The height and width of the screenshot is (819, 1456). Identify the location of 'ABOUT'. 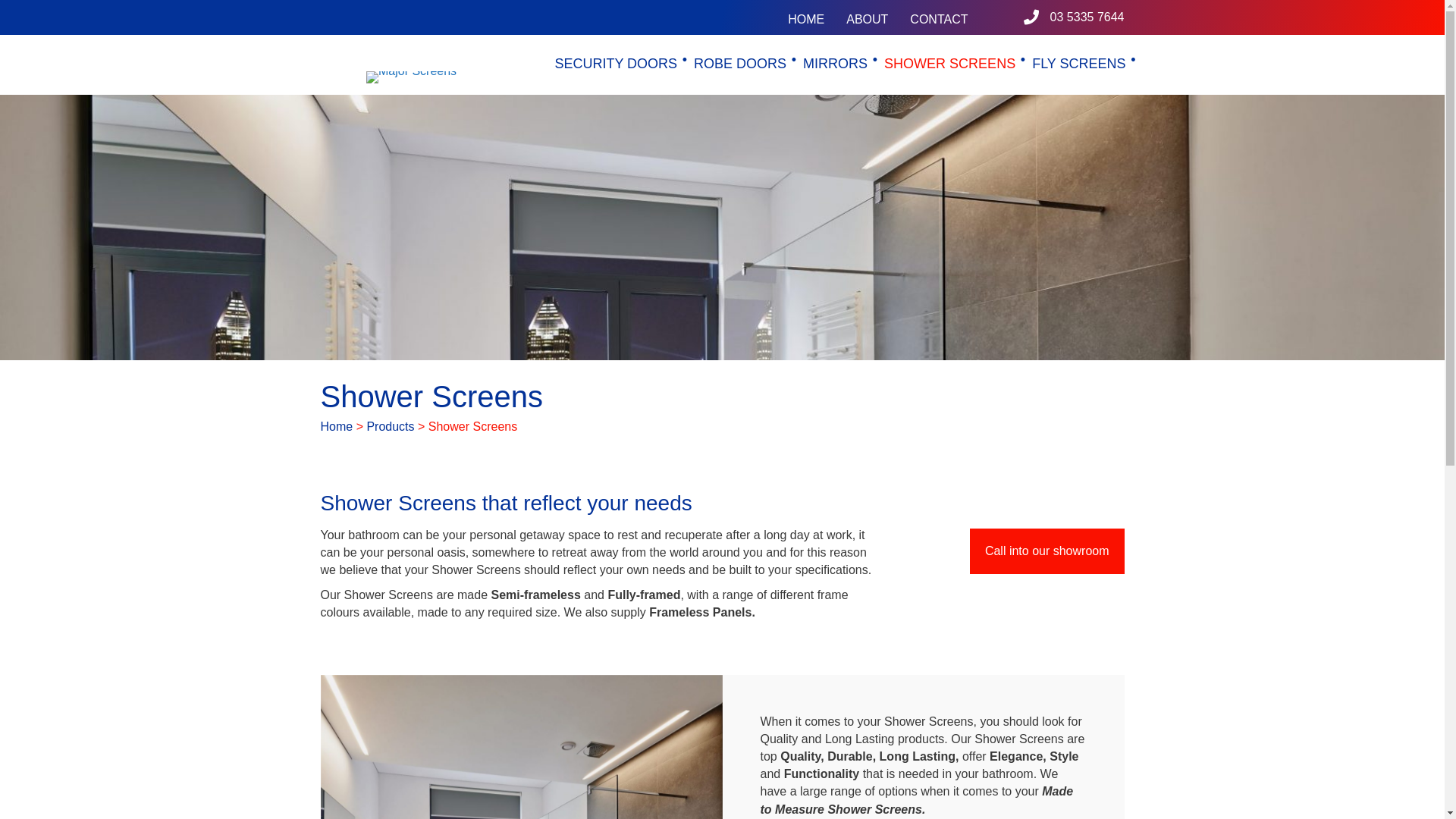
(867, 19).